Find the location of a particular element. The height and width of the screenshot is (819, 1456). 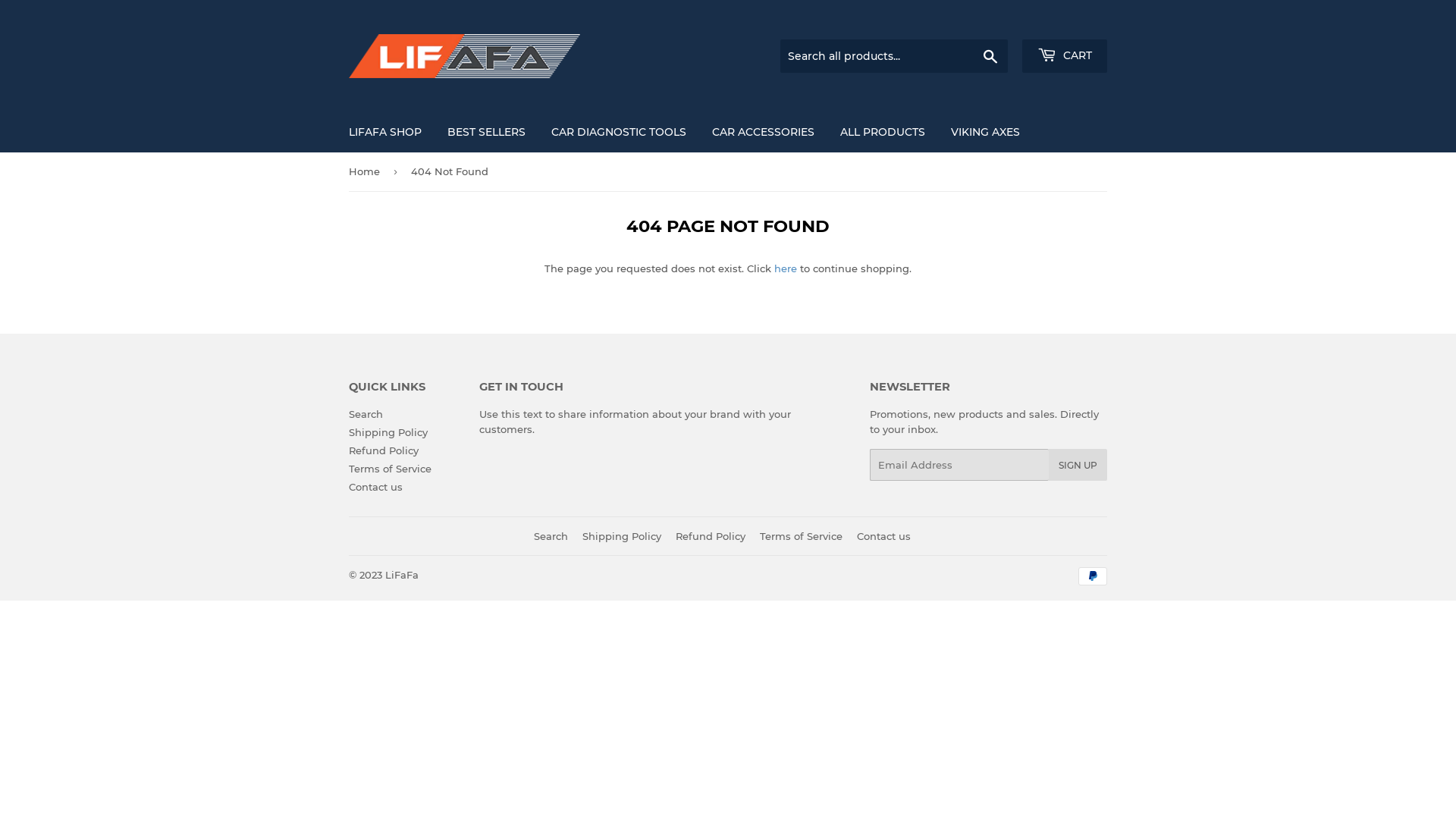

'LiFaFa' is located at coordinates (385, 575).